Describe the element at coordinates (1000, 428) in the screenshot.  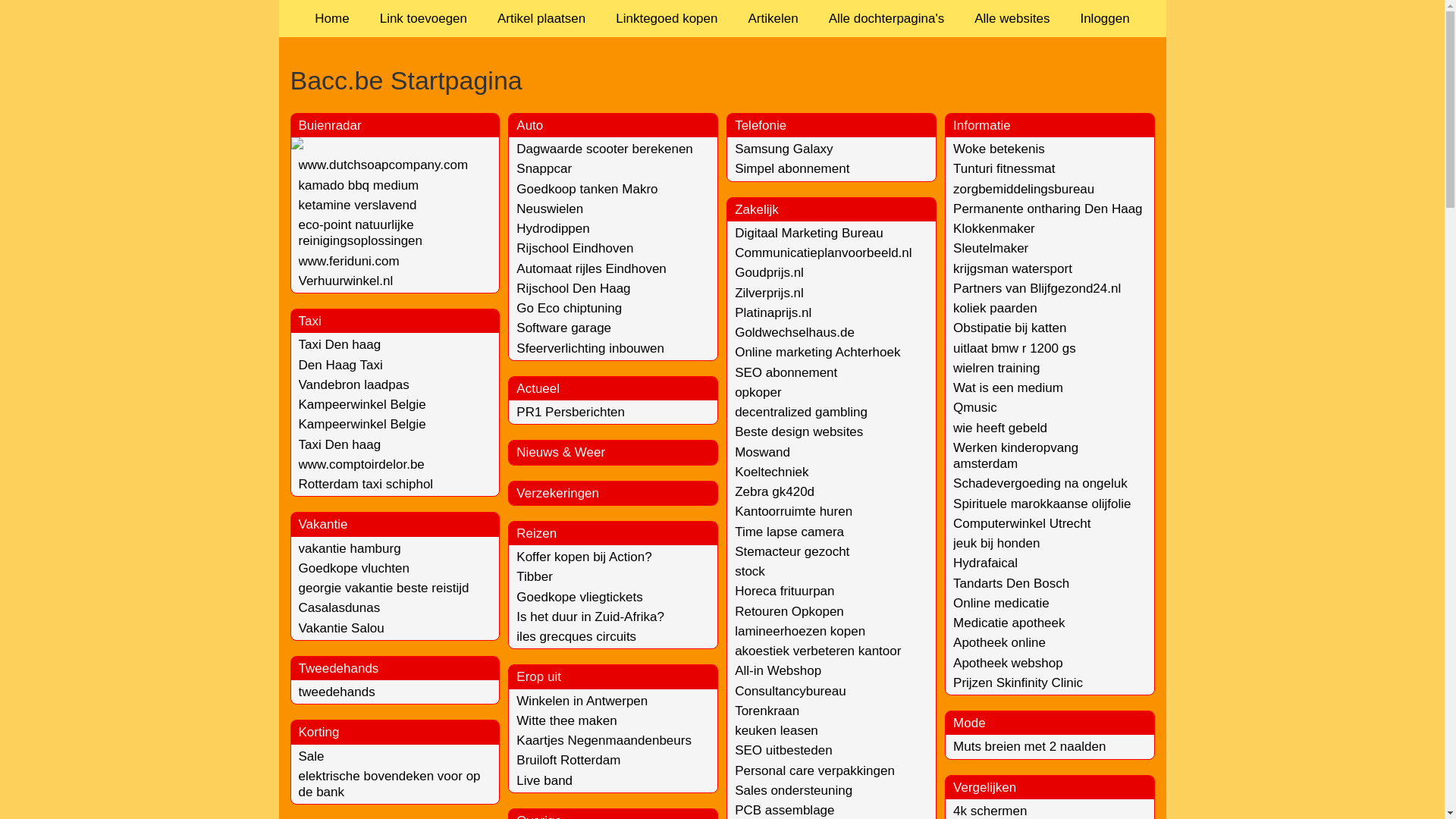
I see `'wie heeft gebeld'` at that location.